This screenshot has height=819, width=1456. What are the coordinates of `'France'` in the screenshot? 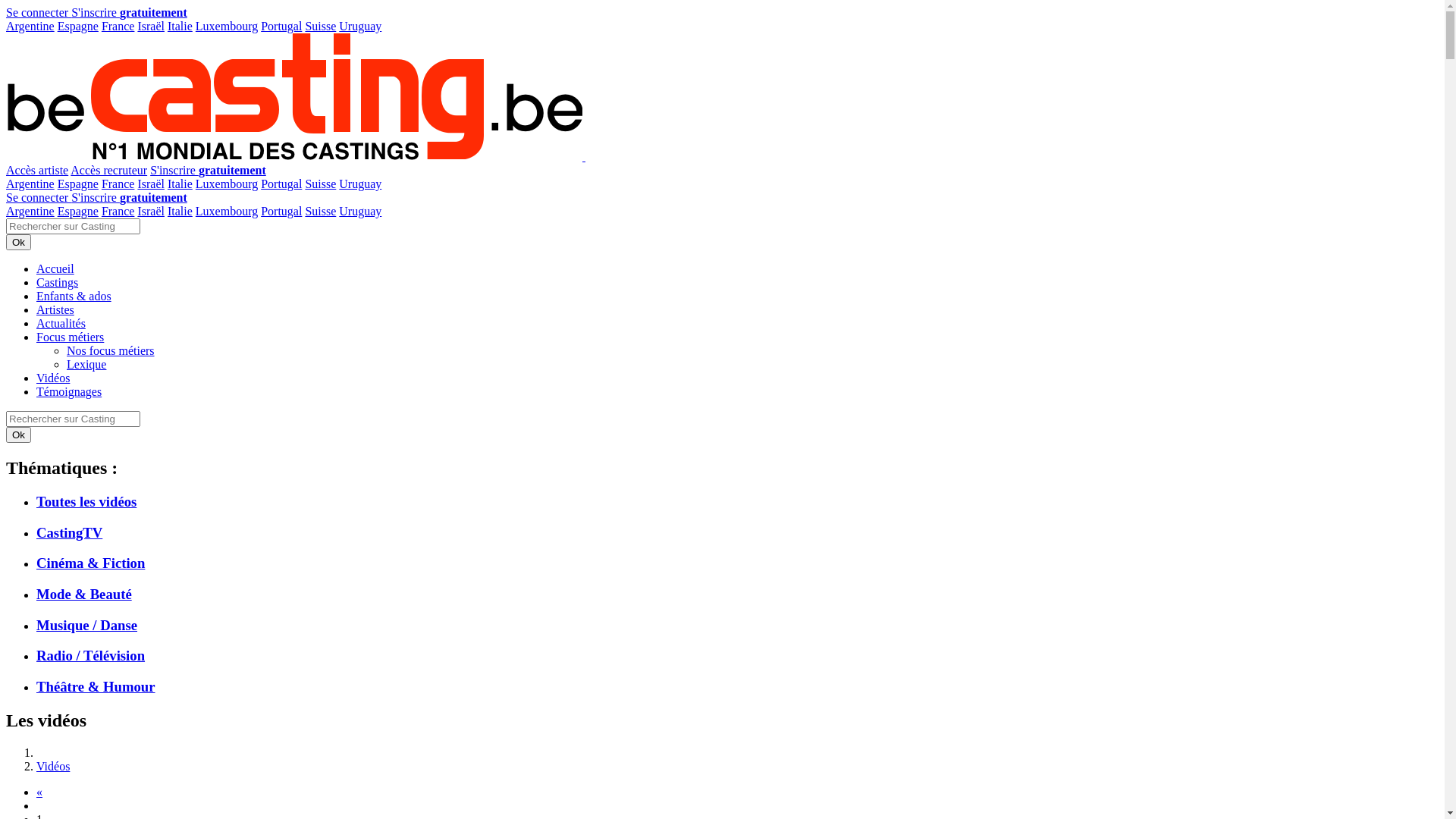 It's located at (118, 26).